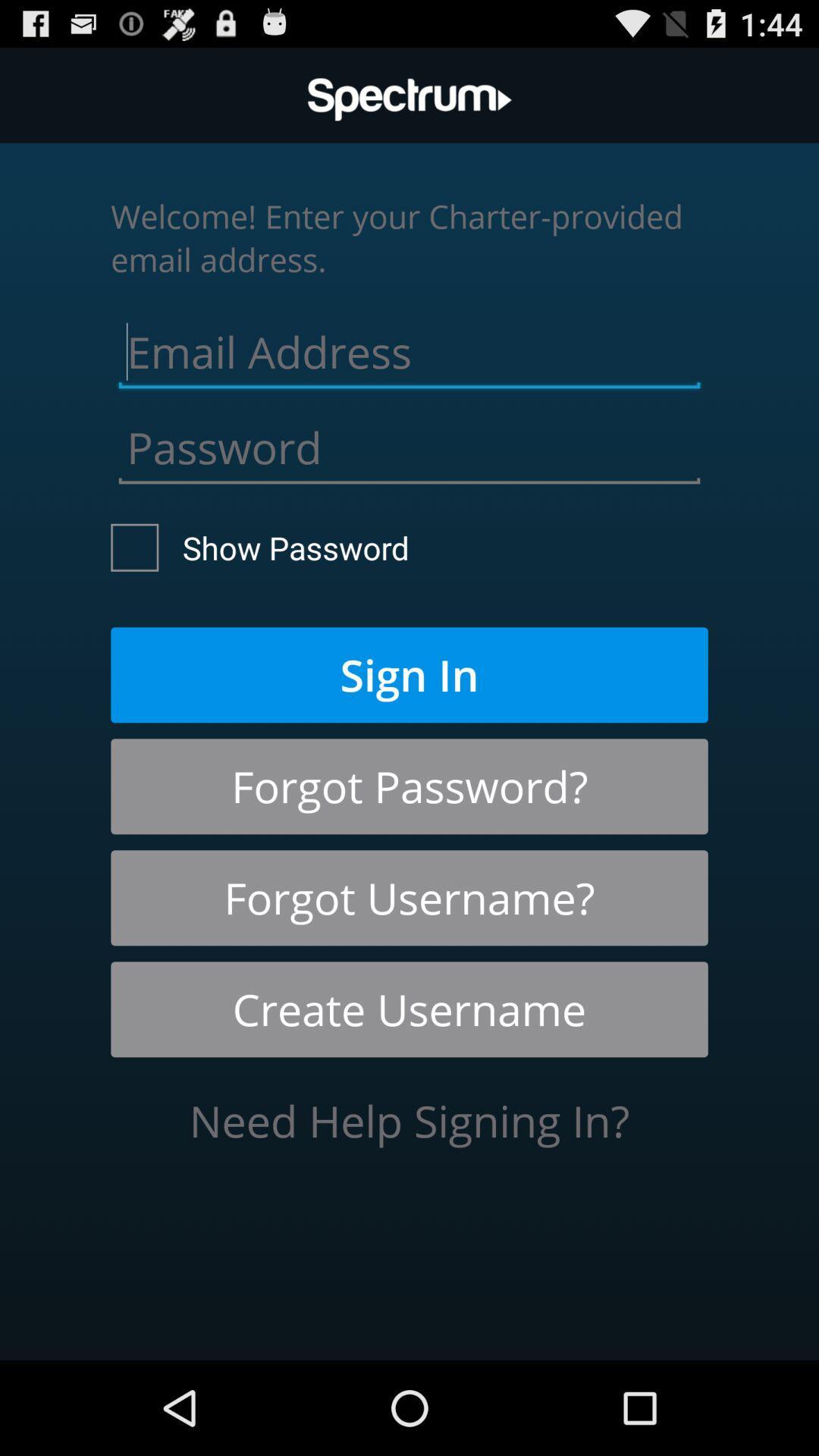 The width and height of the screenshot is (819, 1456). I want to click on type email address, so click(409, 347).